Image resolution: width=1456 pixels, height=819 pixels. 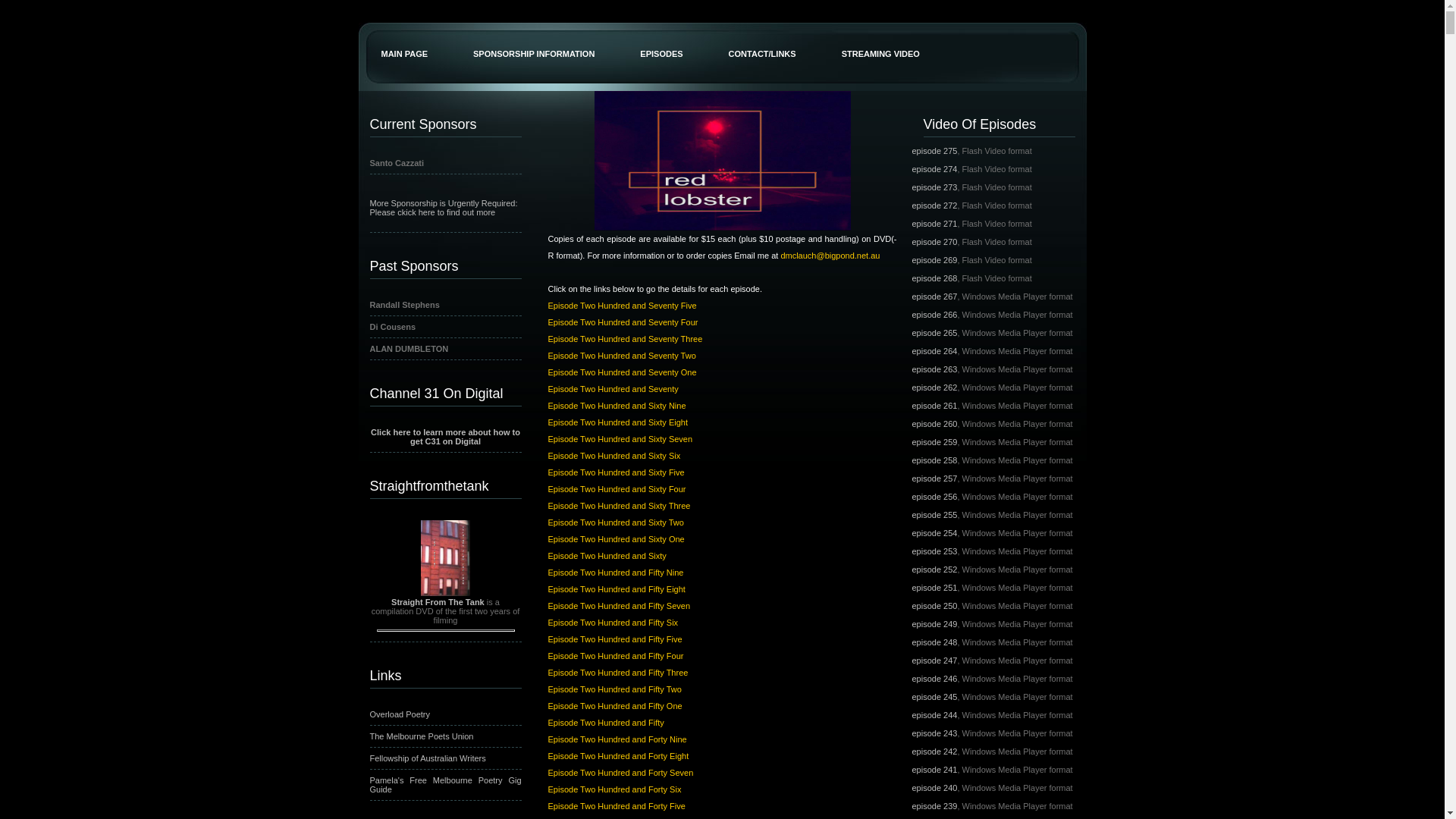 I want to click on 'Episode Two Hundred and Seventy', so click(x=612, y=388).